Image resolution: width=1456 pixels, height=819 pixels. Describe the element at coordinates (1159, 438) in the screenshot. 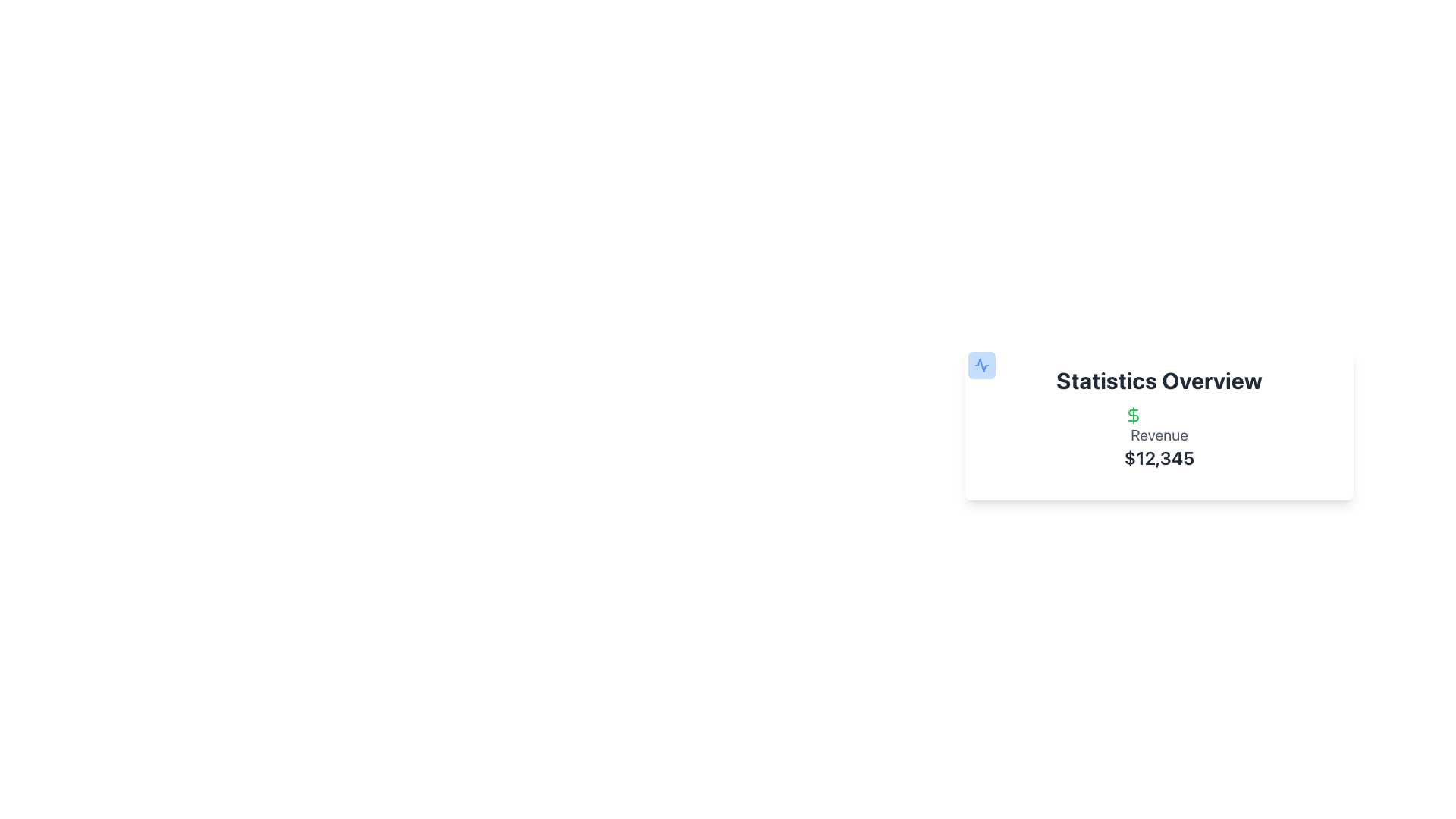

I see `the TextBlock displaying a green dollar sign, the label 'Revenue', and the value '$12,345' located in the 'Statistics Overview' box` at that location.